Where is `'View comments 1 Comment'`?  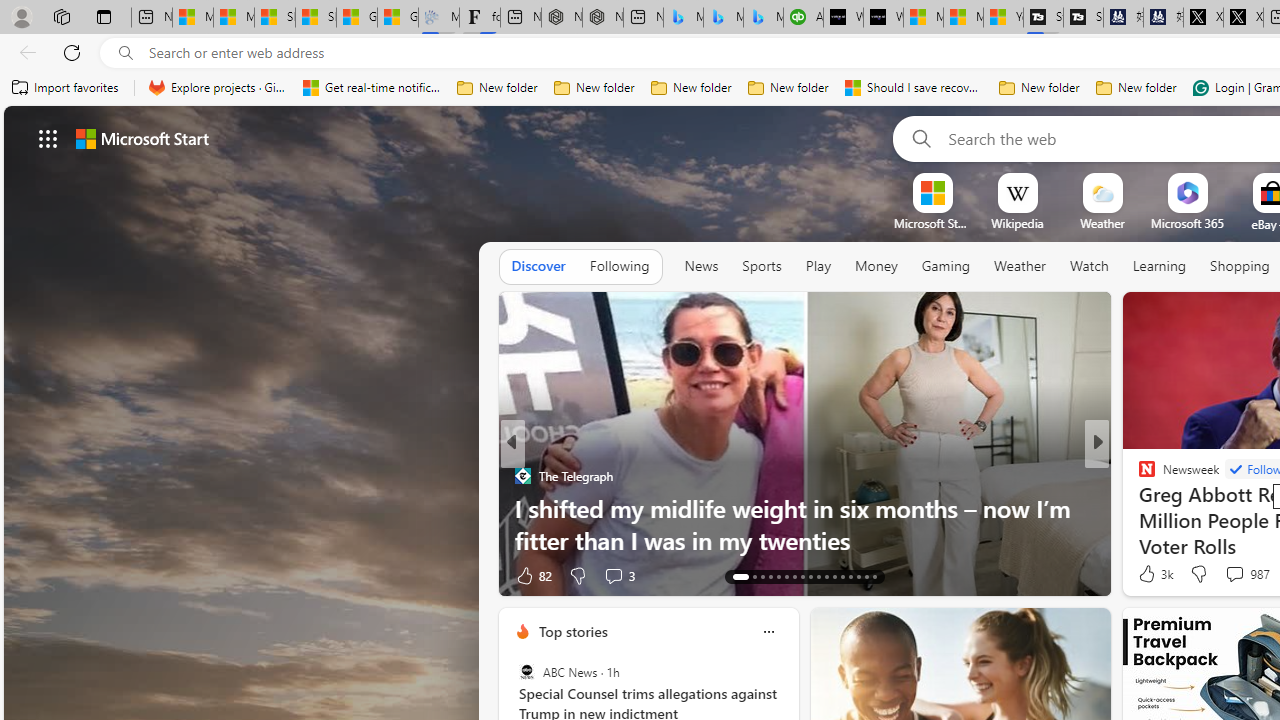 'View comments 1 Comment' is located at coordinates (1234, 575).